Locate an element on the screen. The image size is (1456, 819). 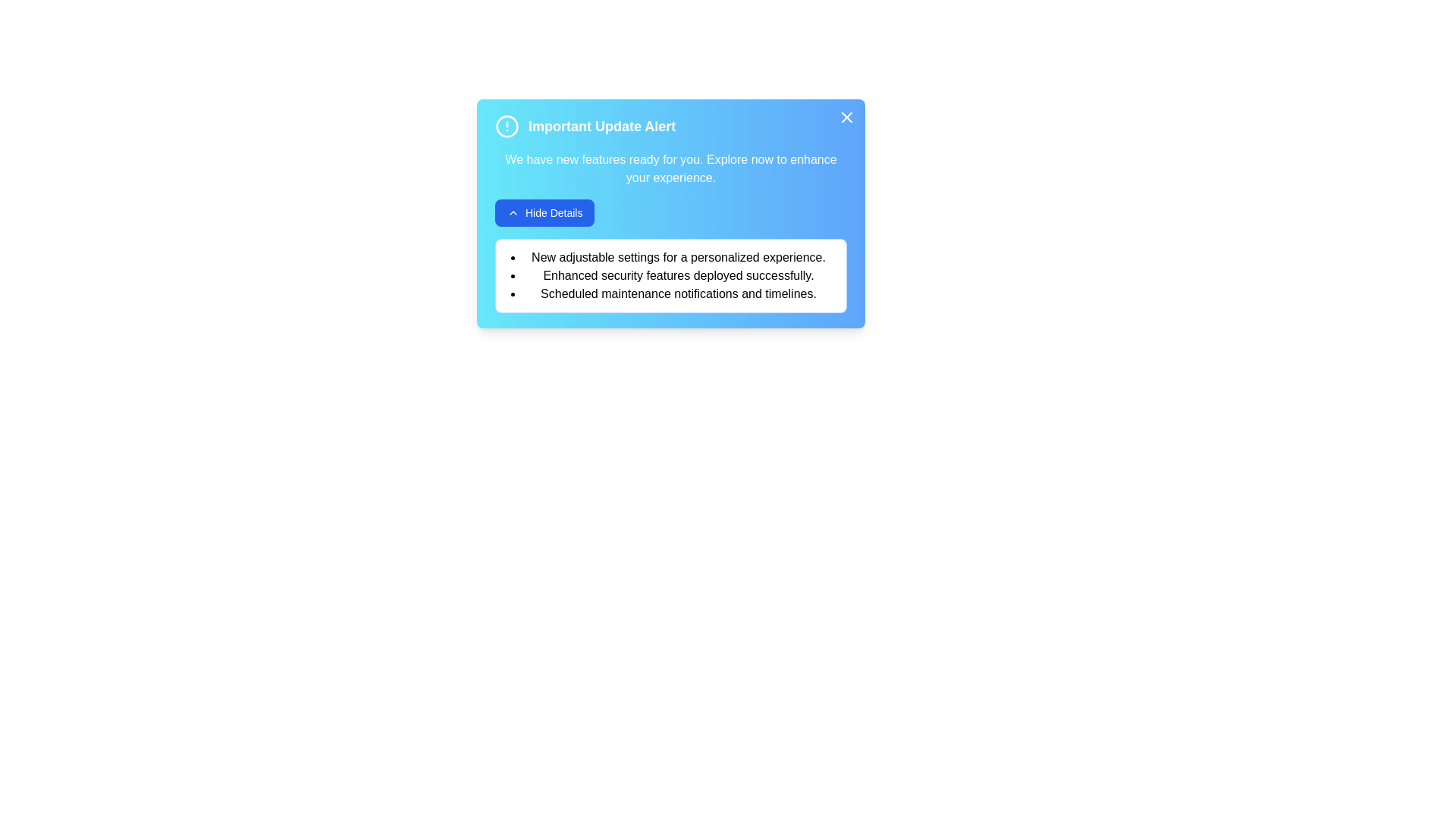
the 'Hide Details' button to toggle the visibility of additional details is located at coordinates (544, 213).